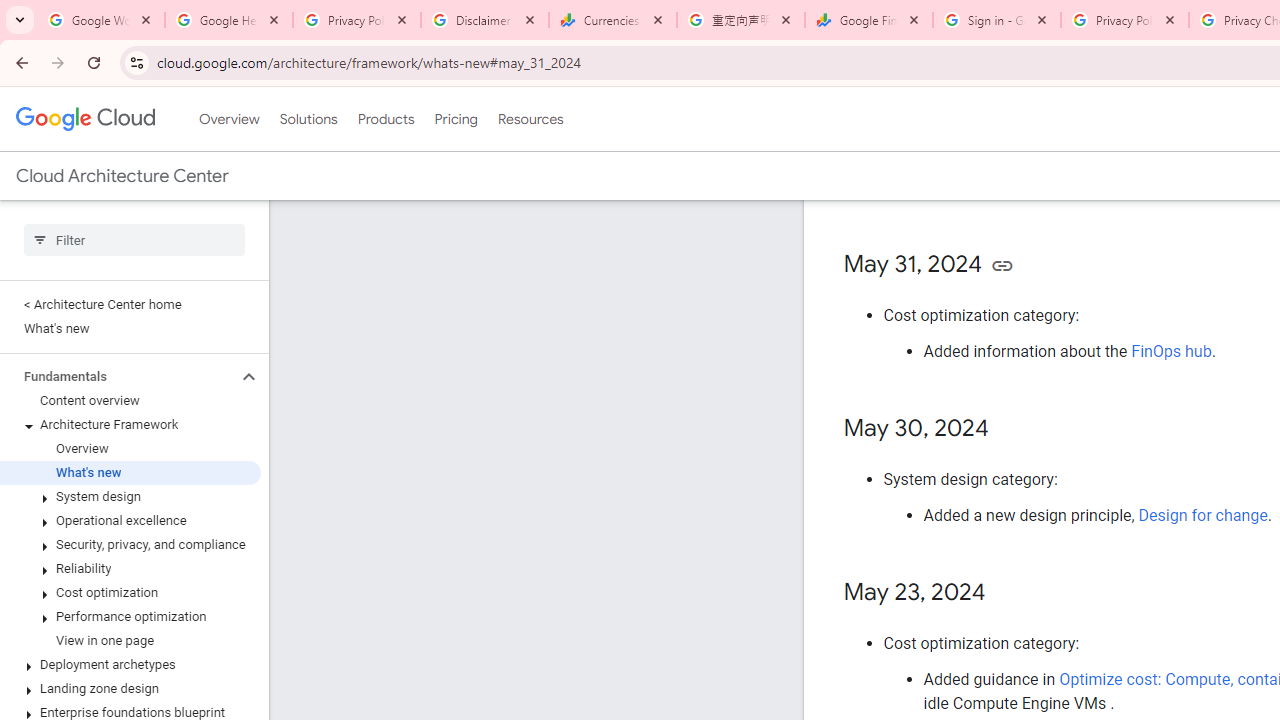  What do you see at coordinates (121, 175) in the screenshot?
I see `'Cloud Architecture Center'` at bounding box center [121, 175].